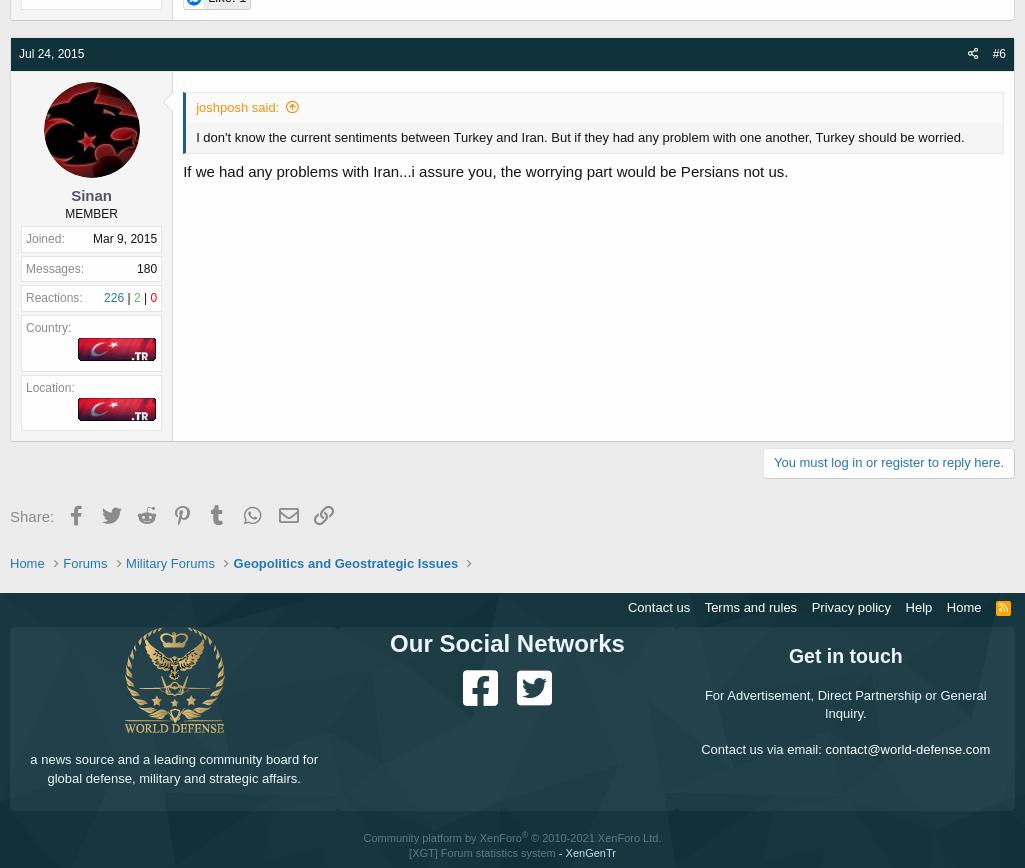  Describe the element at coordinates (408, 852) in the screenshot. I see `'[XGT] Forum statistics system'` at that location.